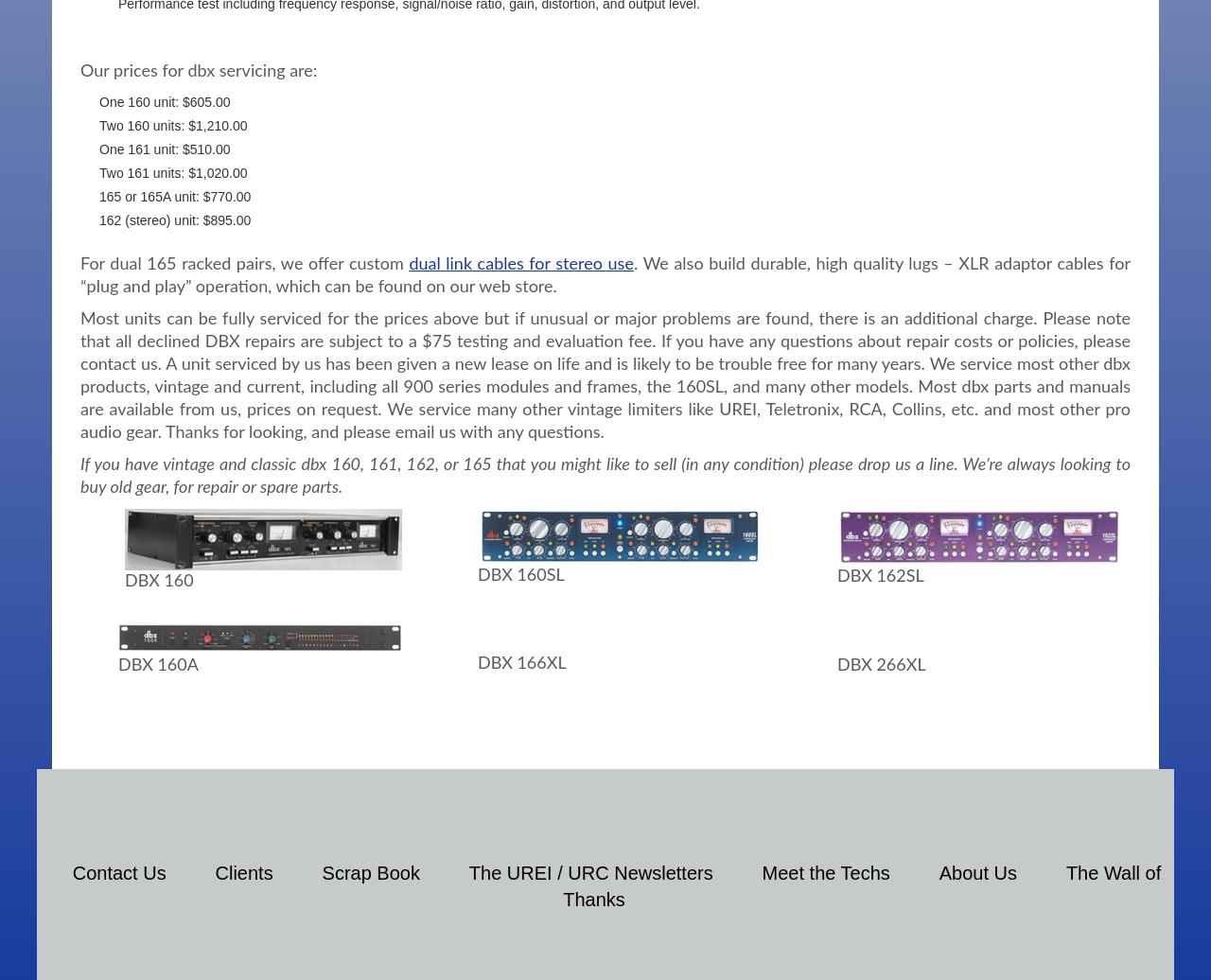 The width and height of the screenshot is (1211, 980). Describe the element at coordinates (174, 219) in the screenshot. I see `'162 (stereo) unit: $895.00'` at that location.